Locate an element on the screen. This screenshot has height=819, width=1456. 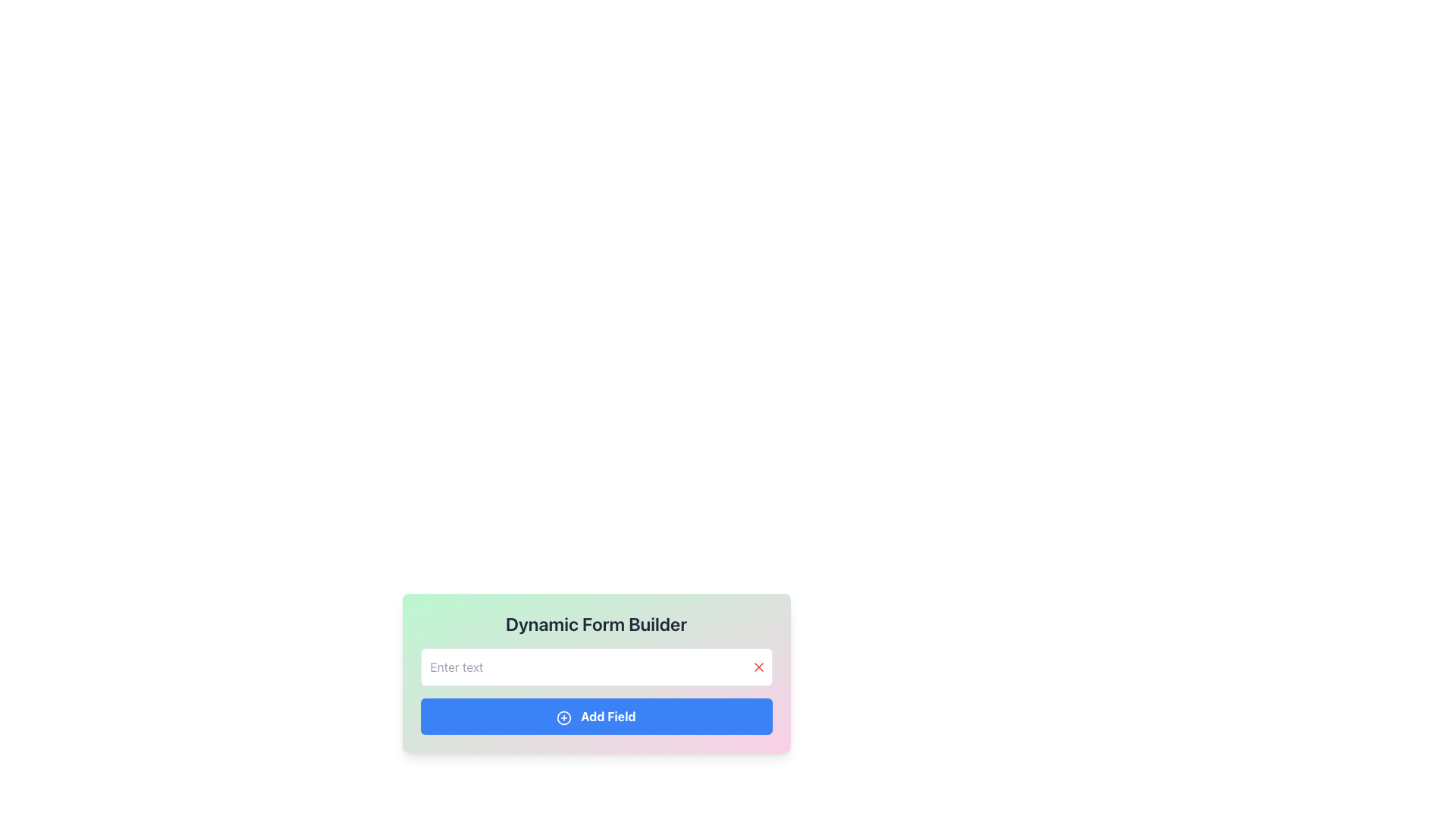
the circular outline element representing a plus sign within a circle is located at coordinates (563, 717).